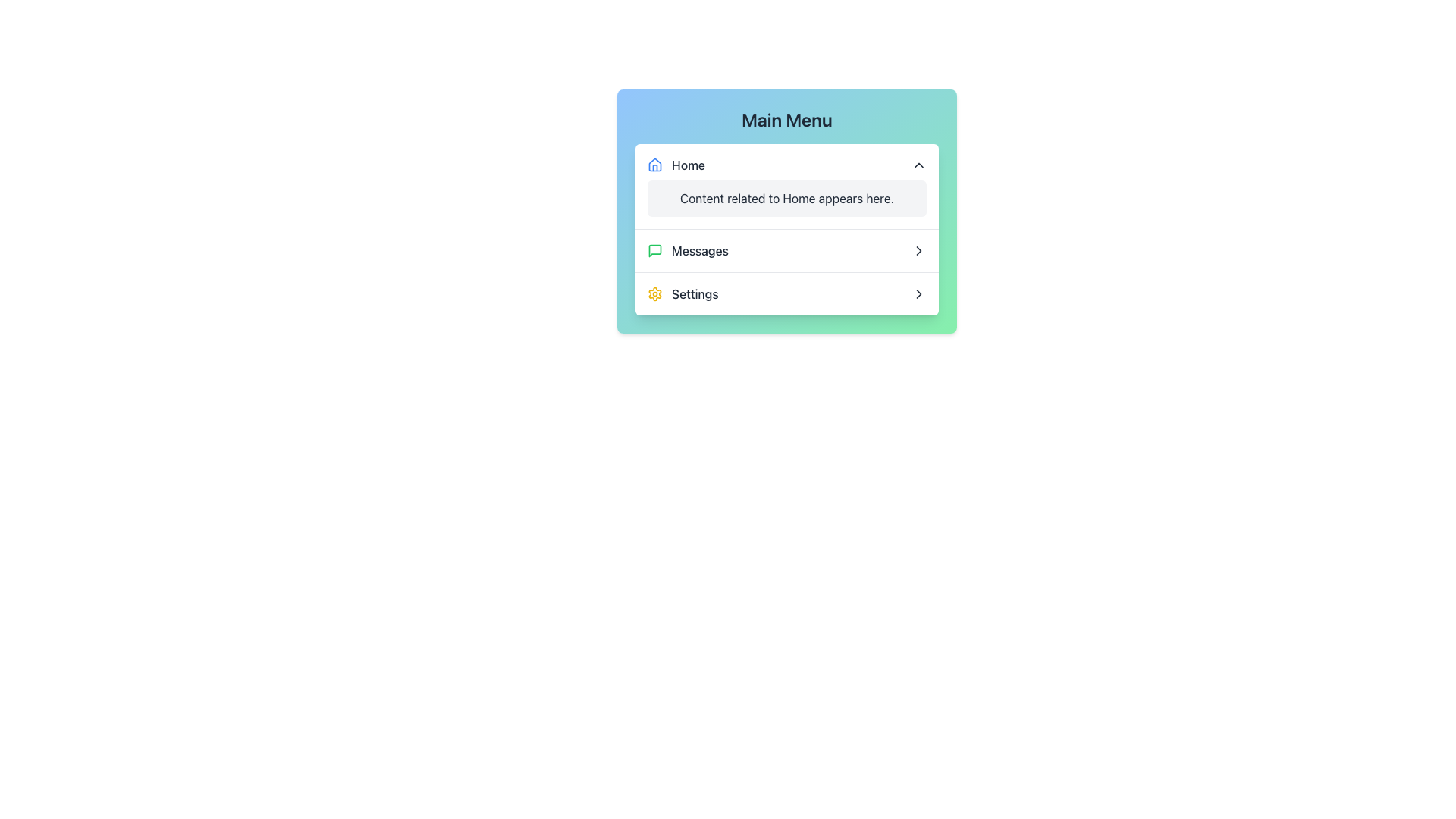  What do you see at coordinates (655, 165) in the screenshot?
I see `the Home icon, which is the first graphical element in the Main Menu list item` at bounding box center [655, 165].